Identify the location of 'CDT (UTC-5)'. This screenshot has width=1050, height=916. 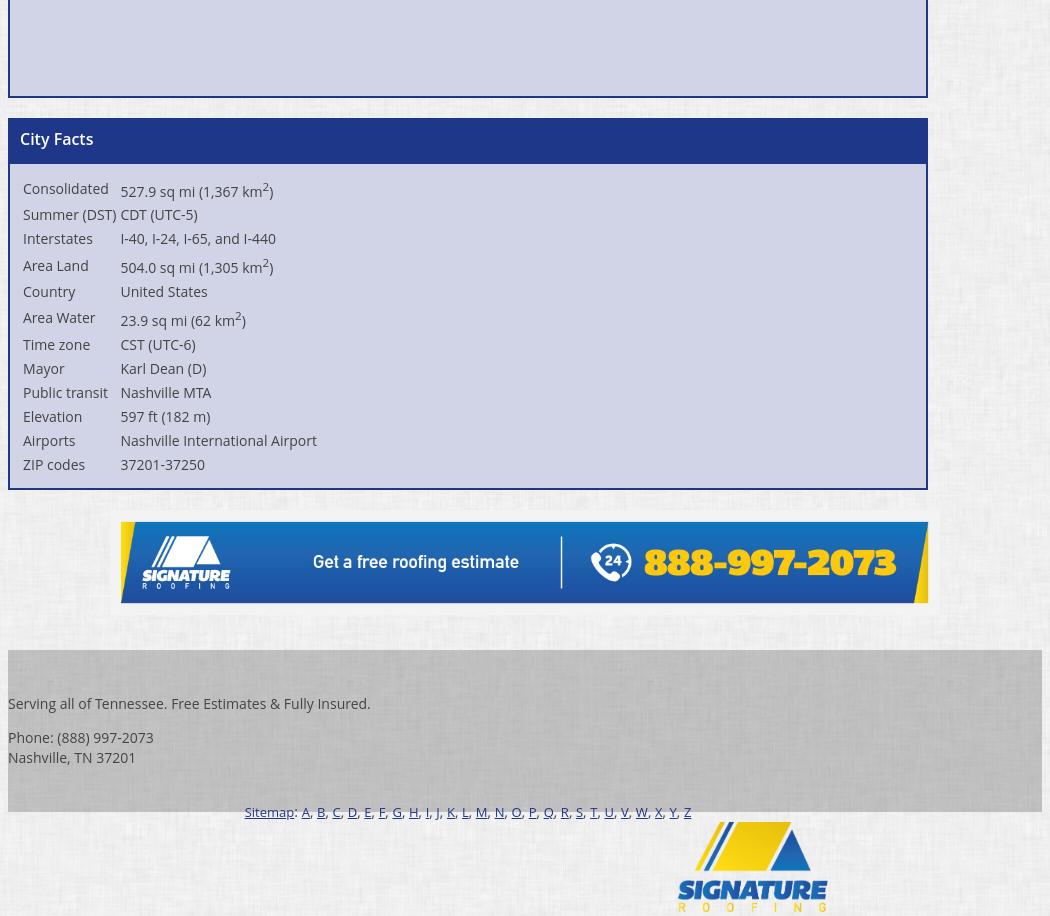
(158, 213).